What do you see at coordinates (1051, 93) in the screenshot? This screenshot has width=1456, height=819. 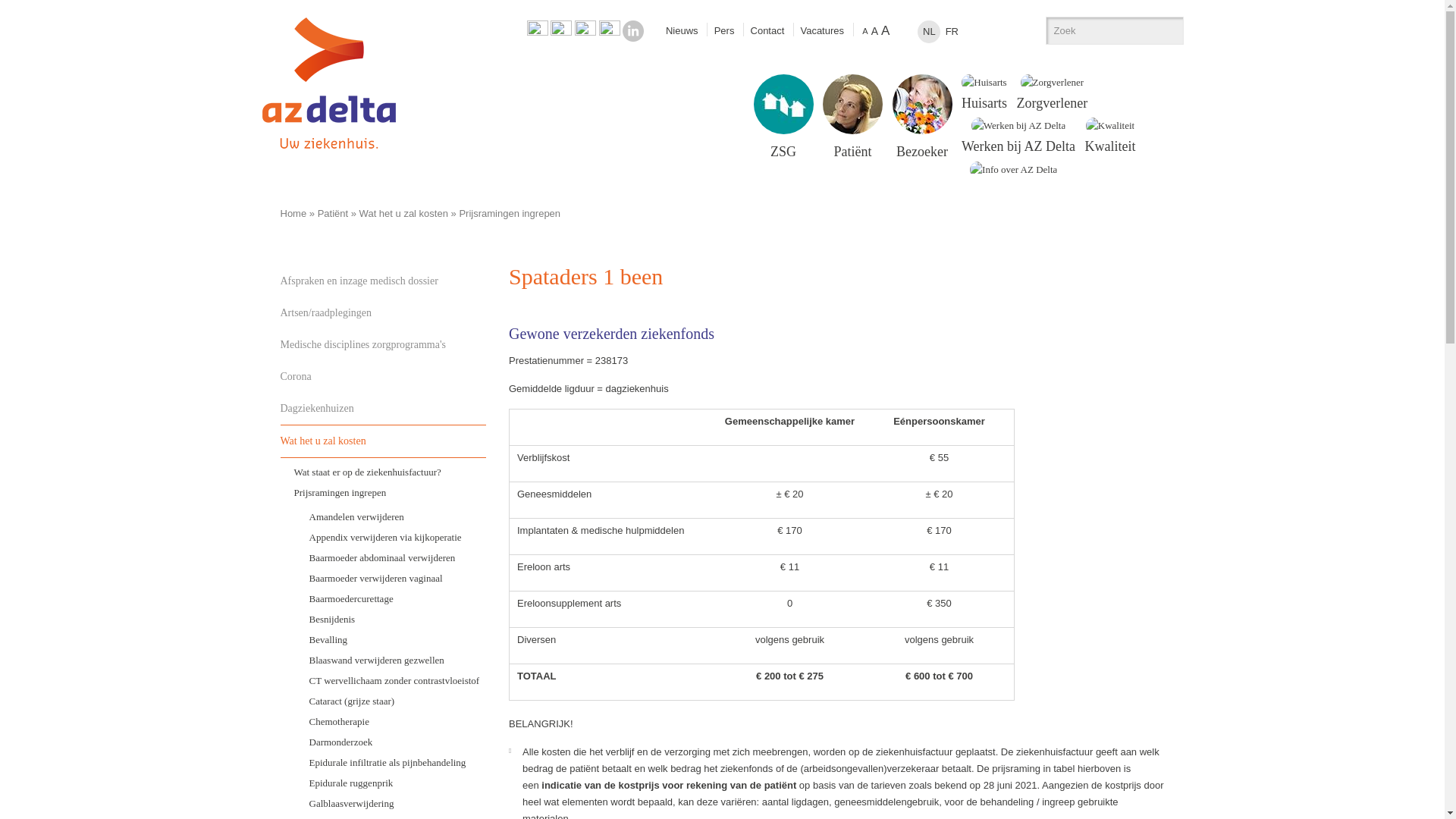 I see `'Zorgverlener'` at bounding box center [1051, 93].